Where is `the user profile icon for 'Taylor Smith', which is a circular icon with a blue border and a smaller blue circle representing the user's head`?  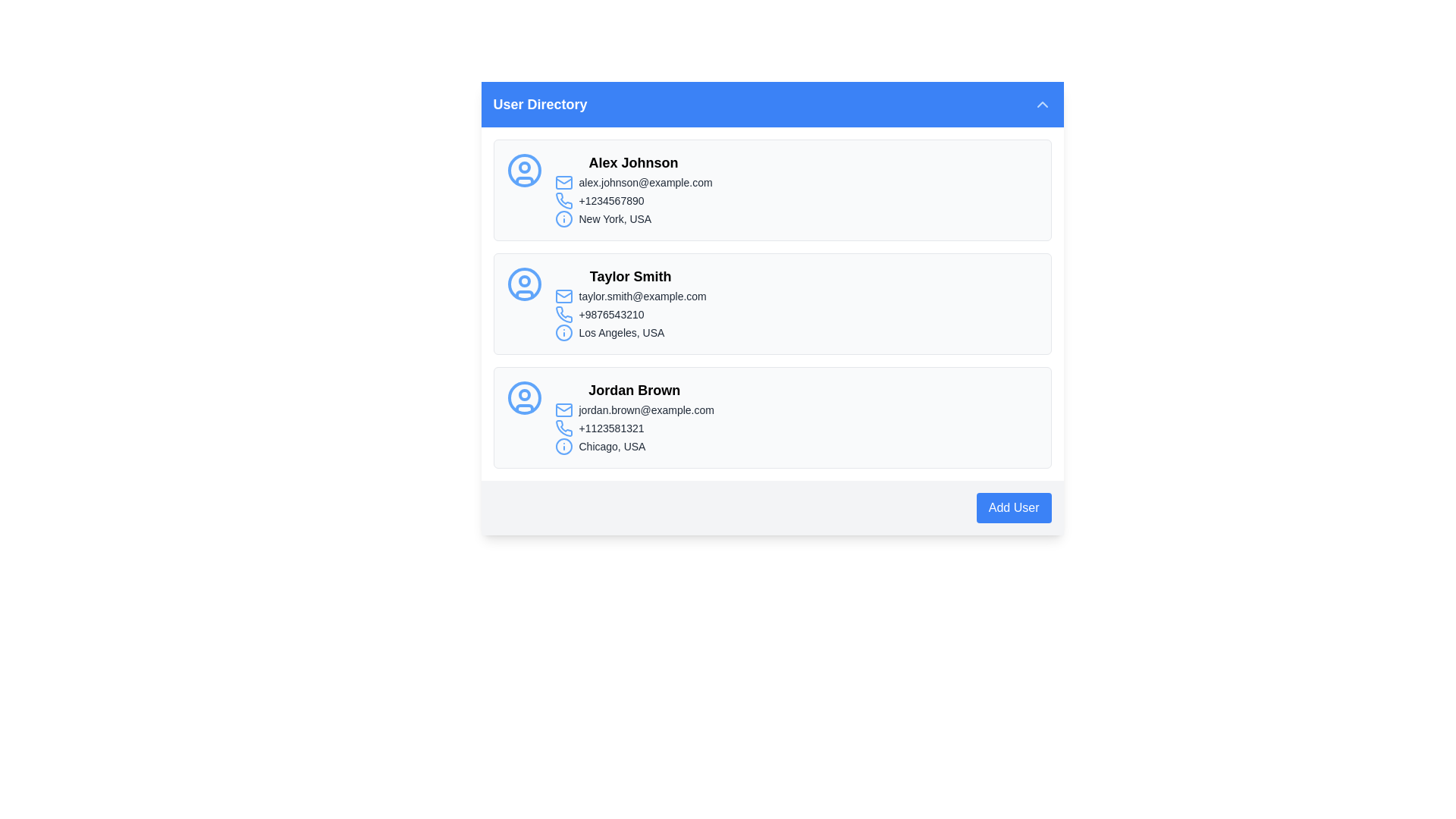
the user profile icon for 'Taylor Smith', which is a circular icon with a blue border and a smaller blue circle representing the user's head is located at coordinates (524, 284).